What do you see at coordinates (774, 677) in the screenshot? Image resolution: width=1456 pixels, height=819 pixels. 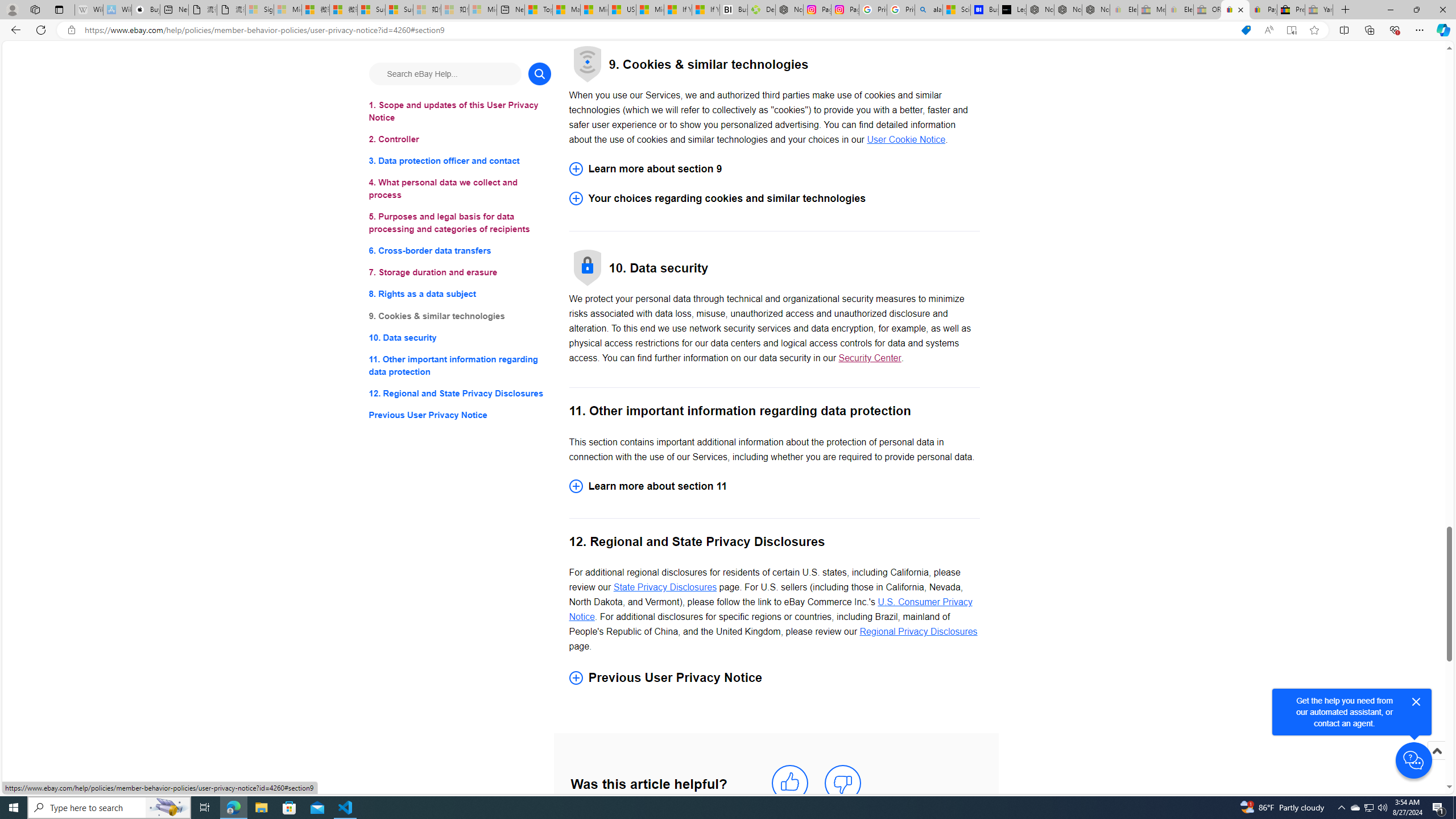 I see `'Previous User Privacy Notice'` at bounding box center [774, 677].